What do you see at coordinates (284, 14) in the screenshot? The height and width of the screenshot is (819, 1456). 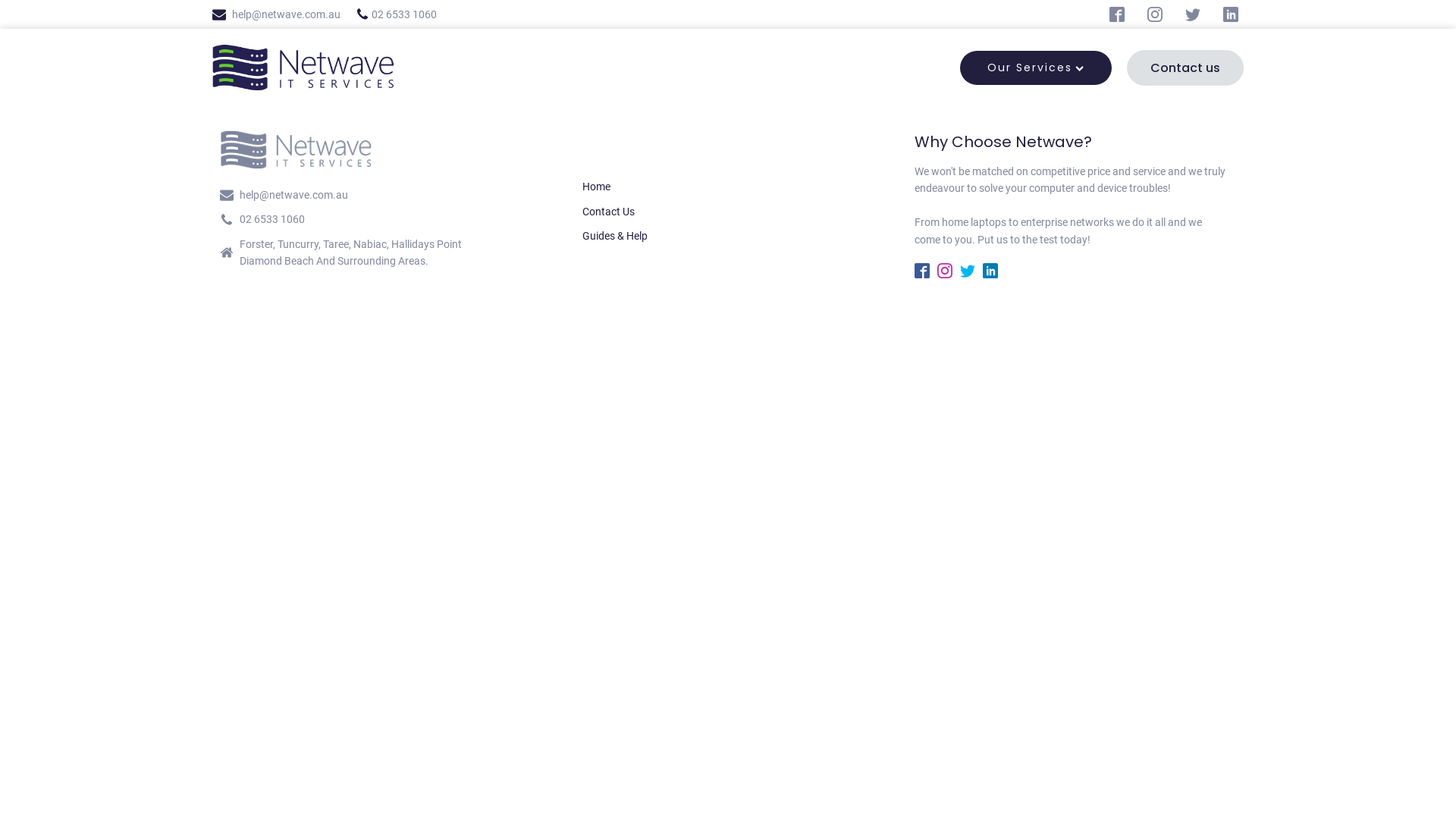 I see `'help@netwave.com.au'` at bounding box center [284, 14].